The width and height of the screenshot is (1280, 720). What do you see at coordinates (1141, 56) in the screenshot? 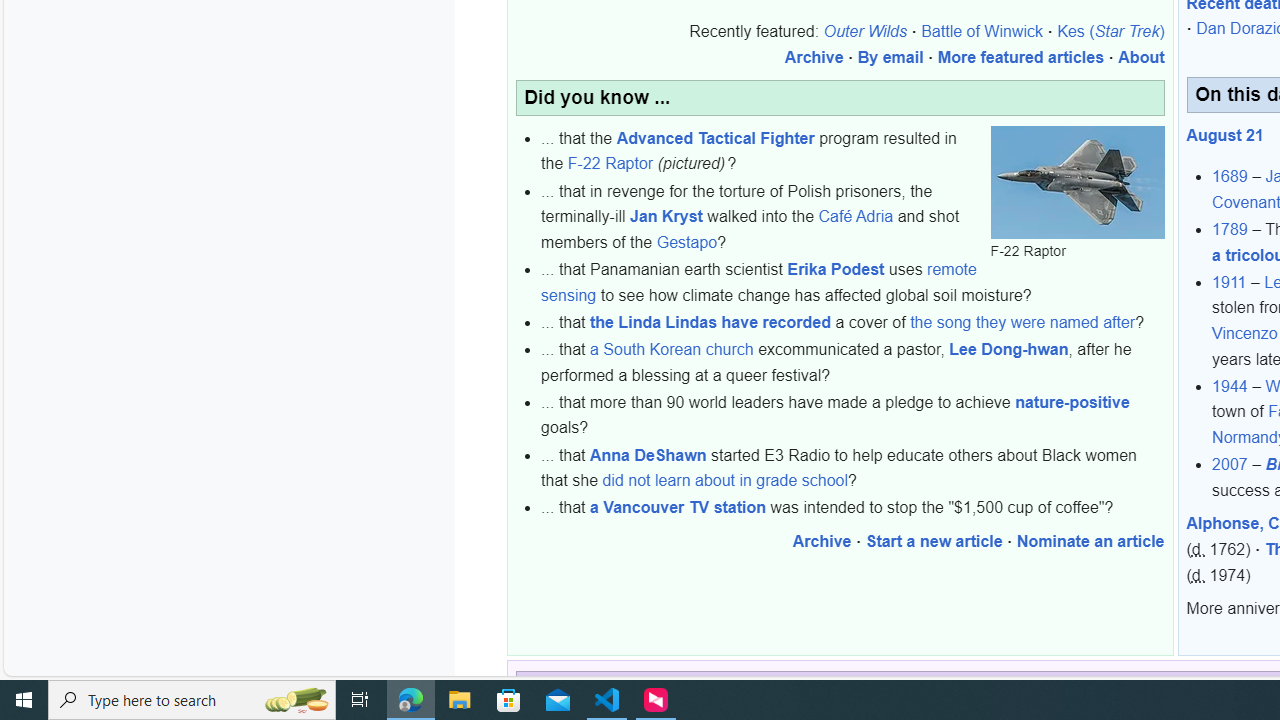
I see `'About'` at bounding box center [1141, 56].